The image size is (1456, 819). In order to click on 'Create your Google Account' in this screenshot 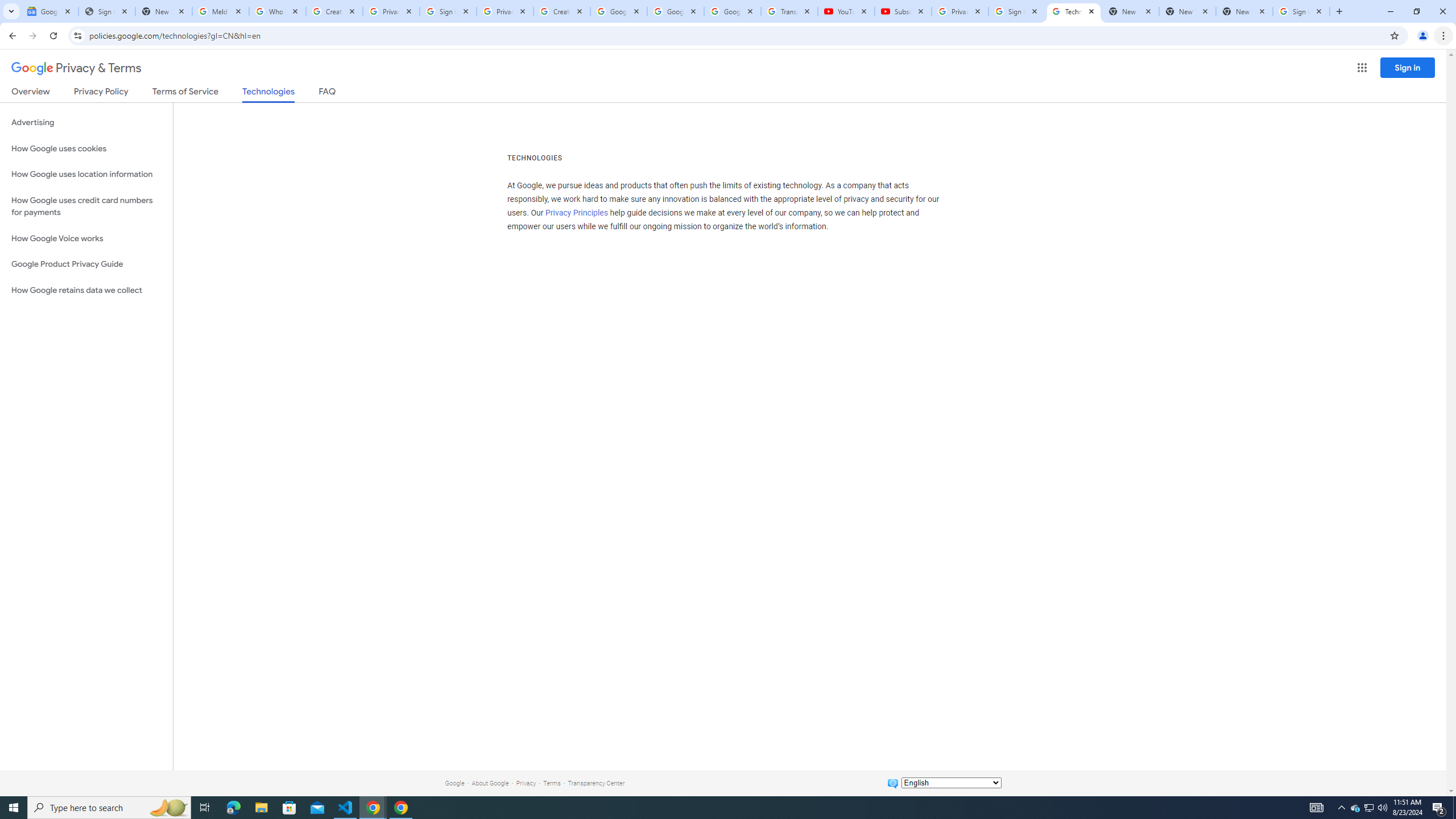, I will do `click(561, 11)`.